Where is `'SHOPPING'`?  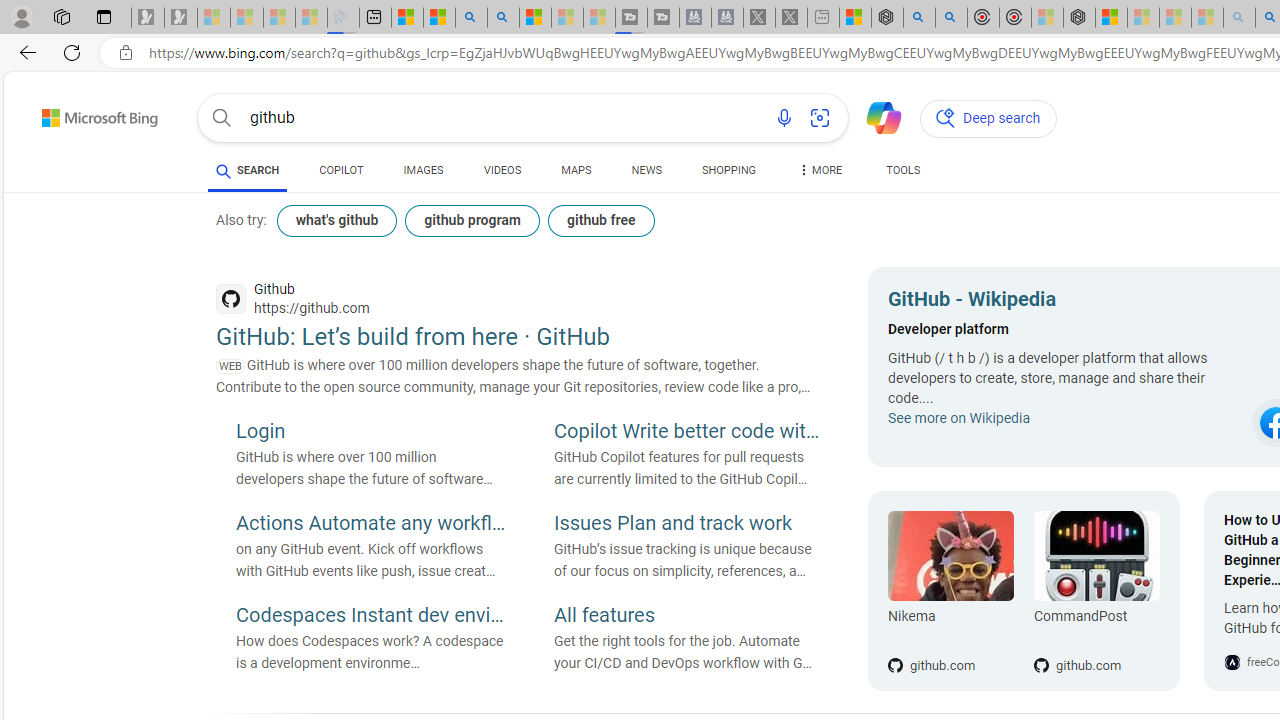 'SHOPPING' is located at coordinates (727, 172).